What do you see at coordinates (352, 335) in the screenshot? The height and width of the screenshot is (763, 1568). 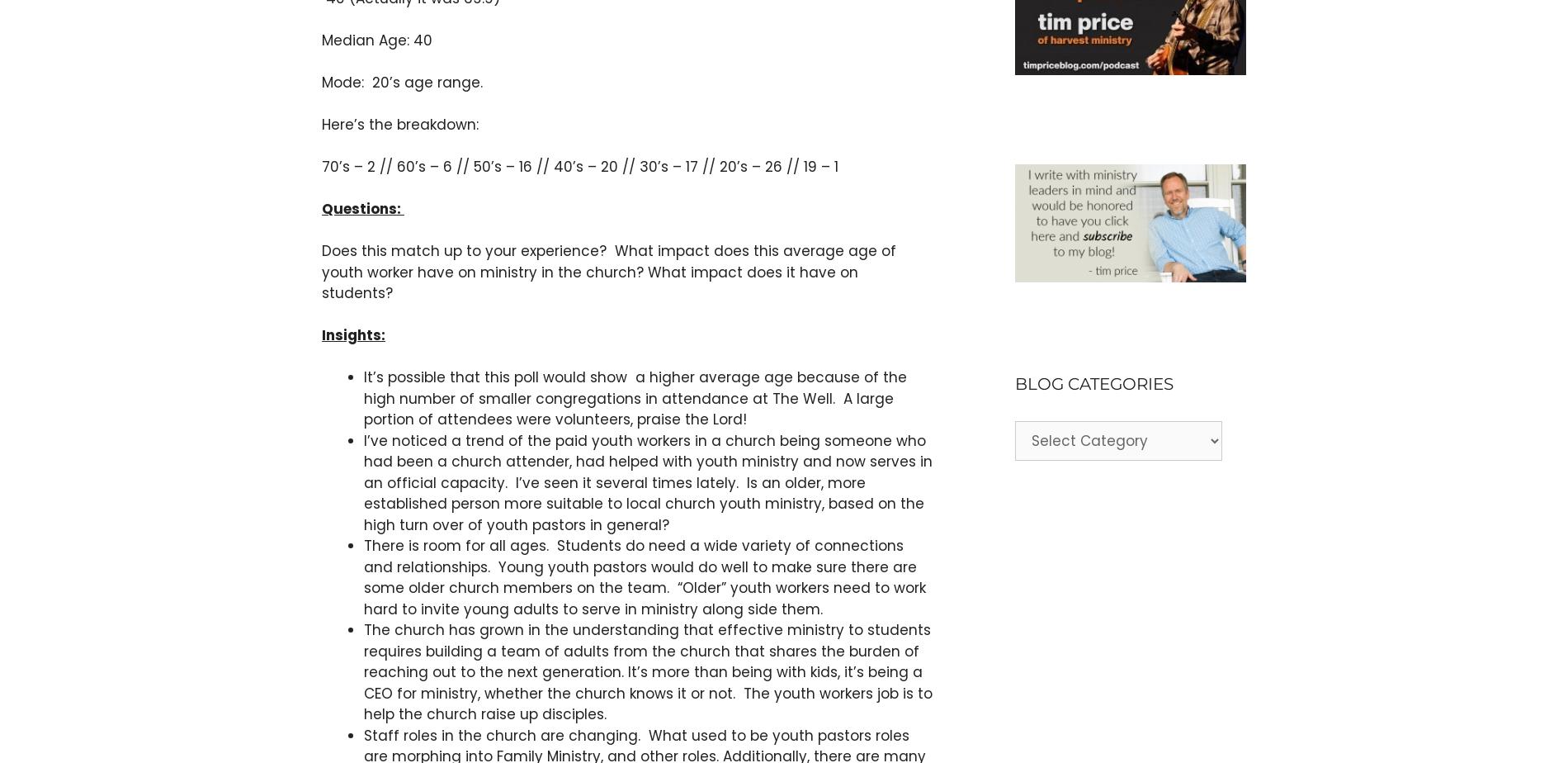 I see `'Insights:'` at bounding box center [352, 335].